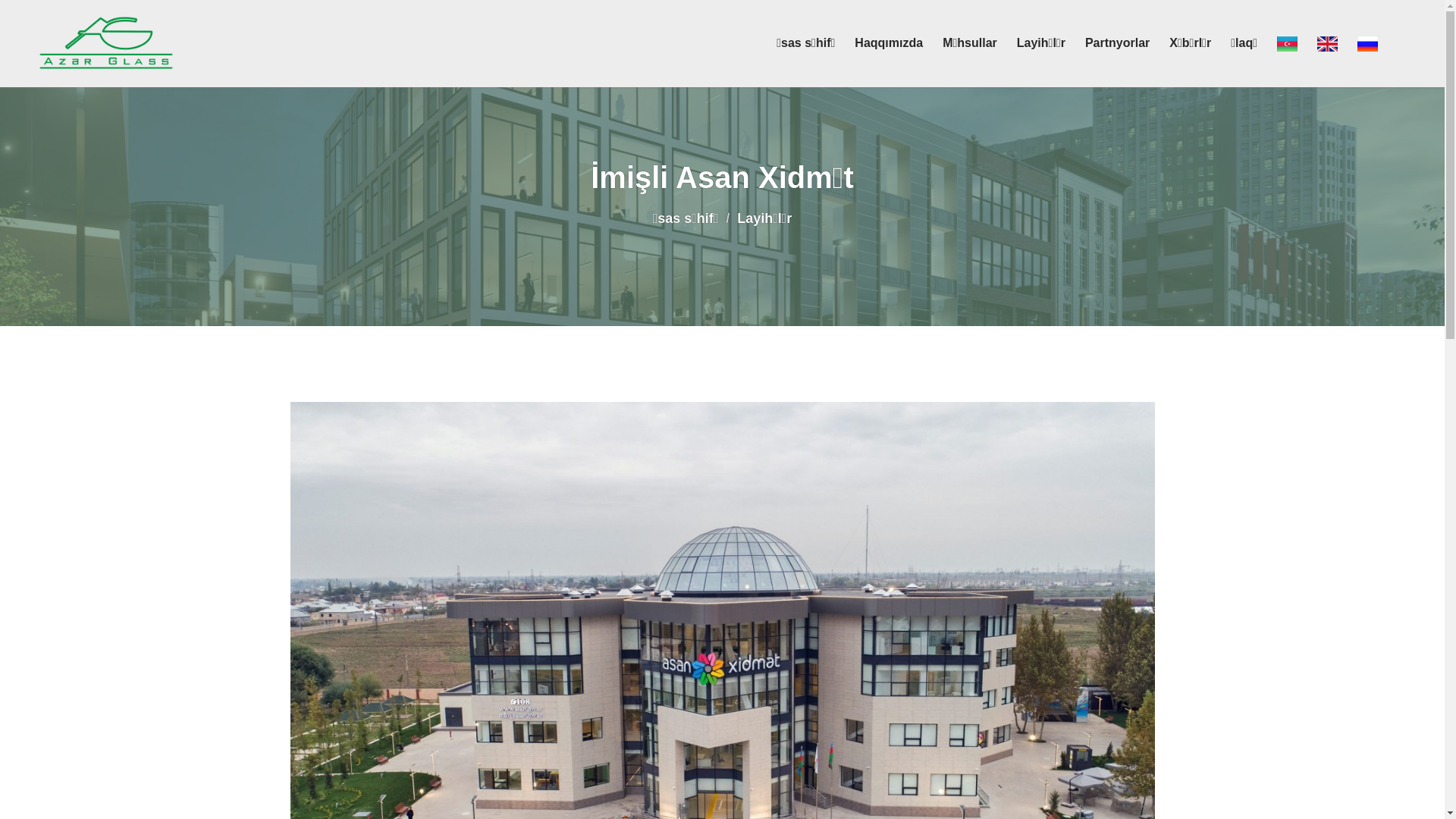  I want to click on 'Partnyorlar', so click(1117, 42).